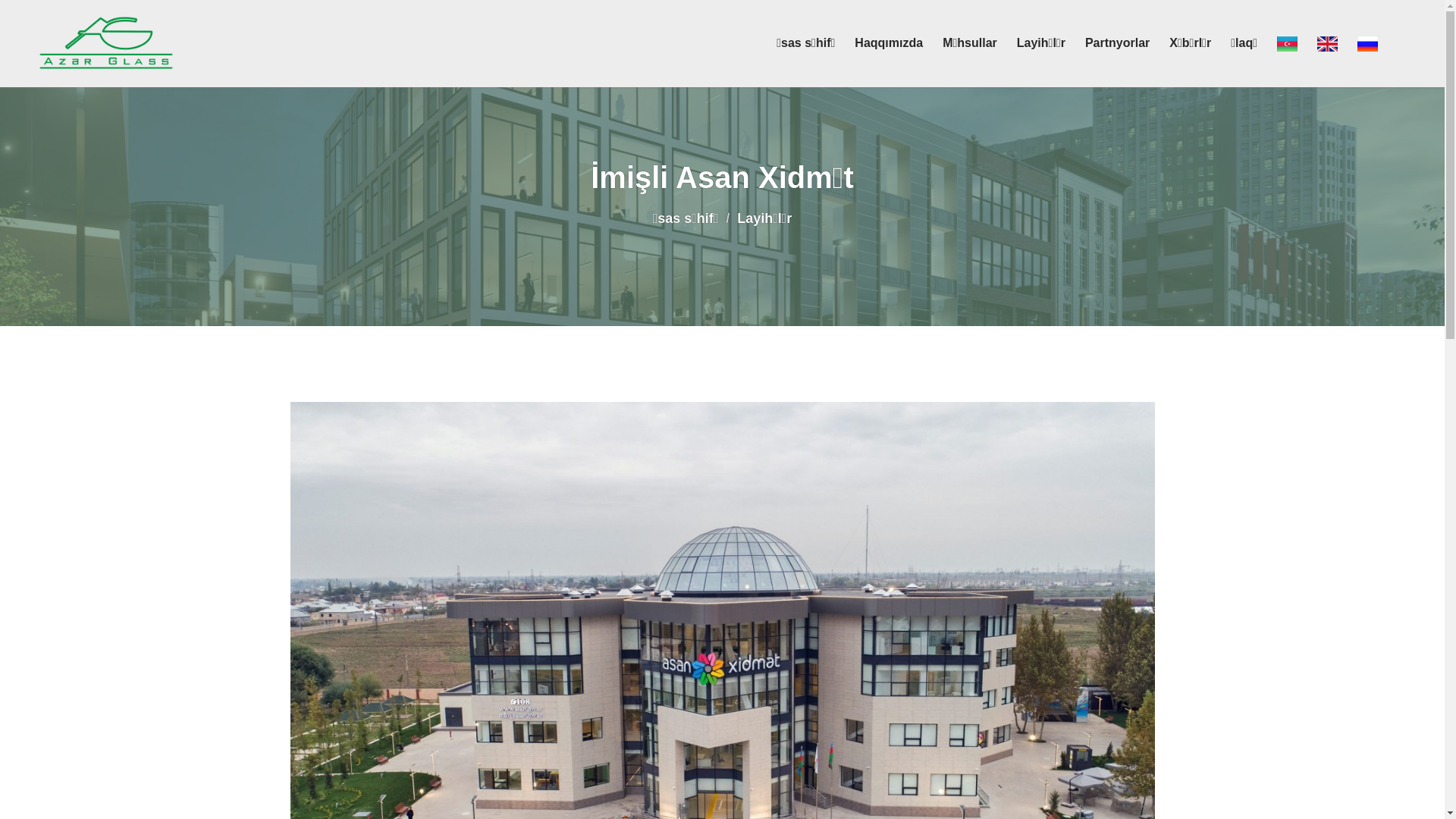  I want to click on 'Partnyorlar', so click(1117, 42).